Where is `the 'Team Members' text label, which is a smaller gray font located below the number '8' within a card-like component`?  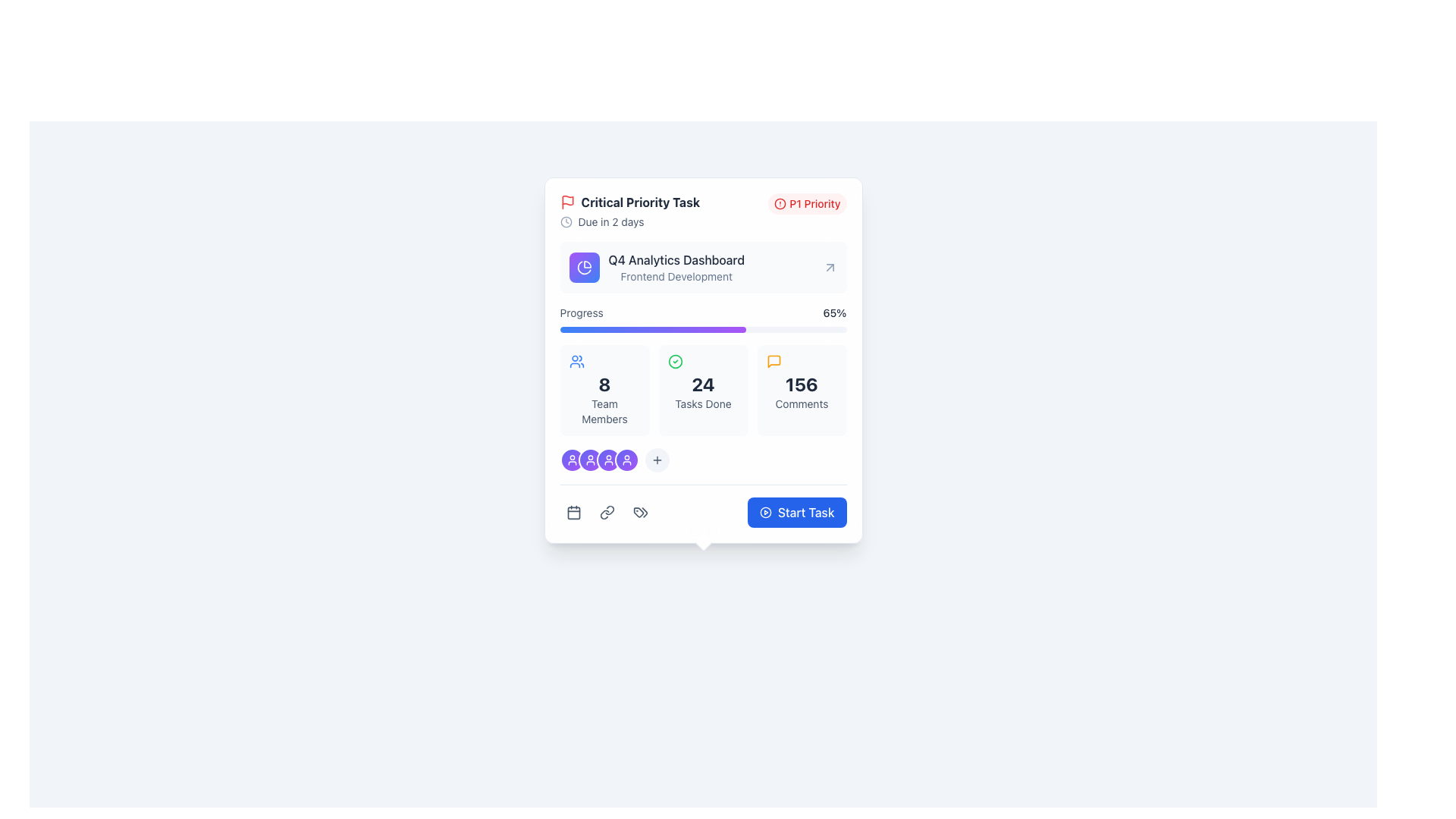 the 'Team Members' text label, which is a smaller gray font located below the number '8' within a card-like component is located at coordinates (604, 412).